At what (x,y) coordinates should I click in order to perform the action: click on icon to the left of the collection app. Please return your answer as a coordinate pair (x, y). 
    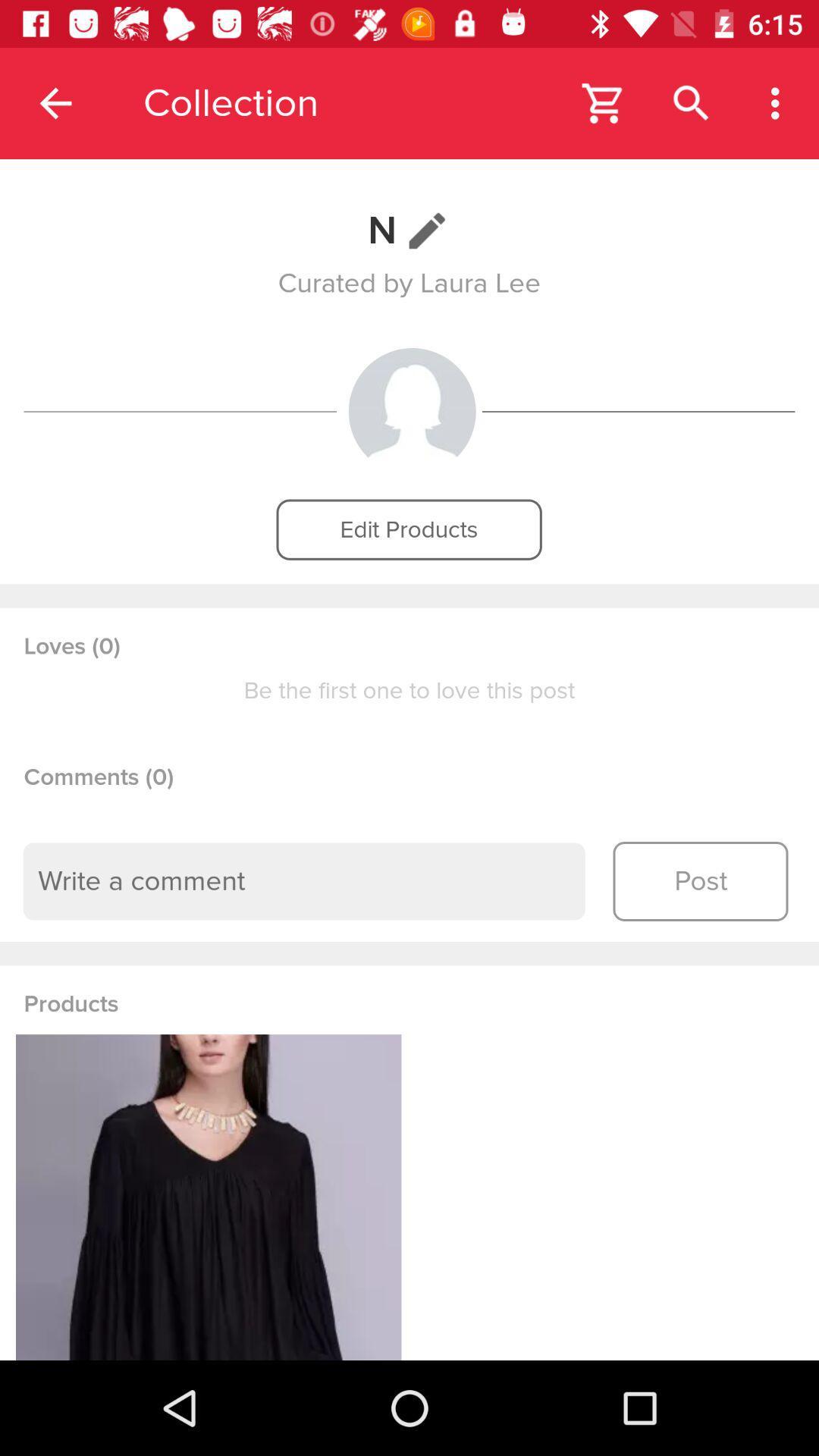
    Looking at the image, I should click on (55, 102).